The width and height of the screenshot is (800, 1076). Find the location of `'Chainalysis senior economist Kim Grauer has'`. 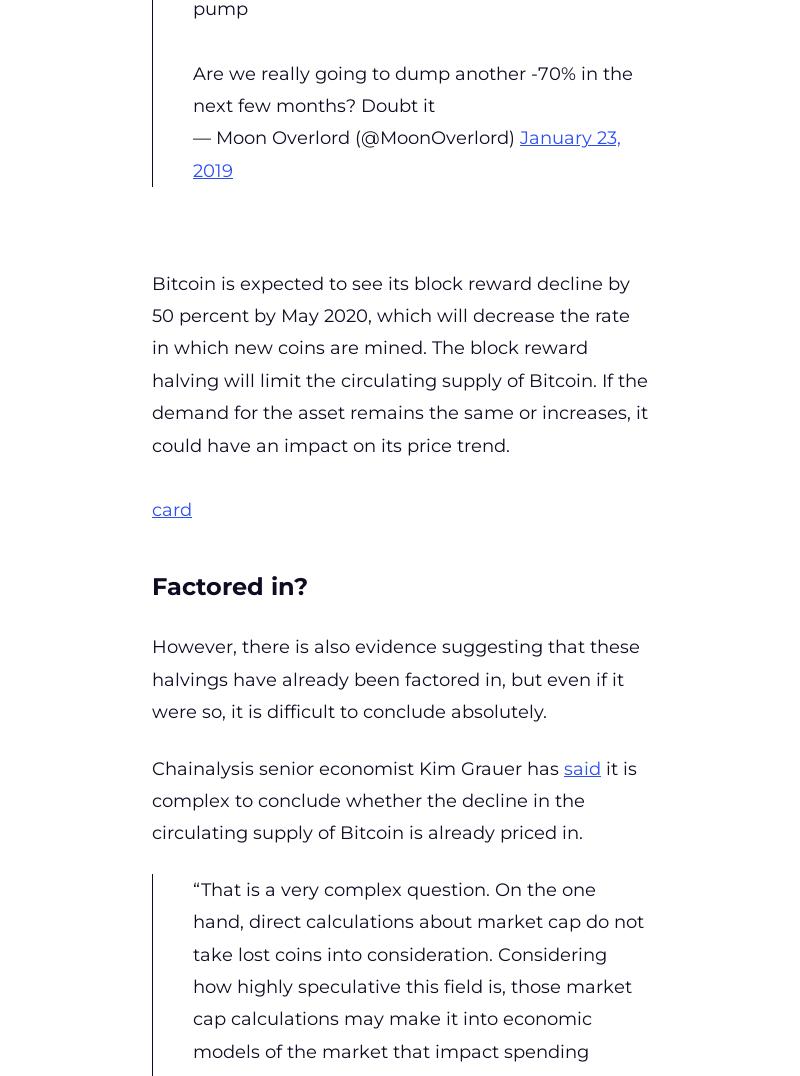

'Chainalysis senior economist Kim Grauer has' is located at coordinates (358, 768).